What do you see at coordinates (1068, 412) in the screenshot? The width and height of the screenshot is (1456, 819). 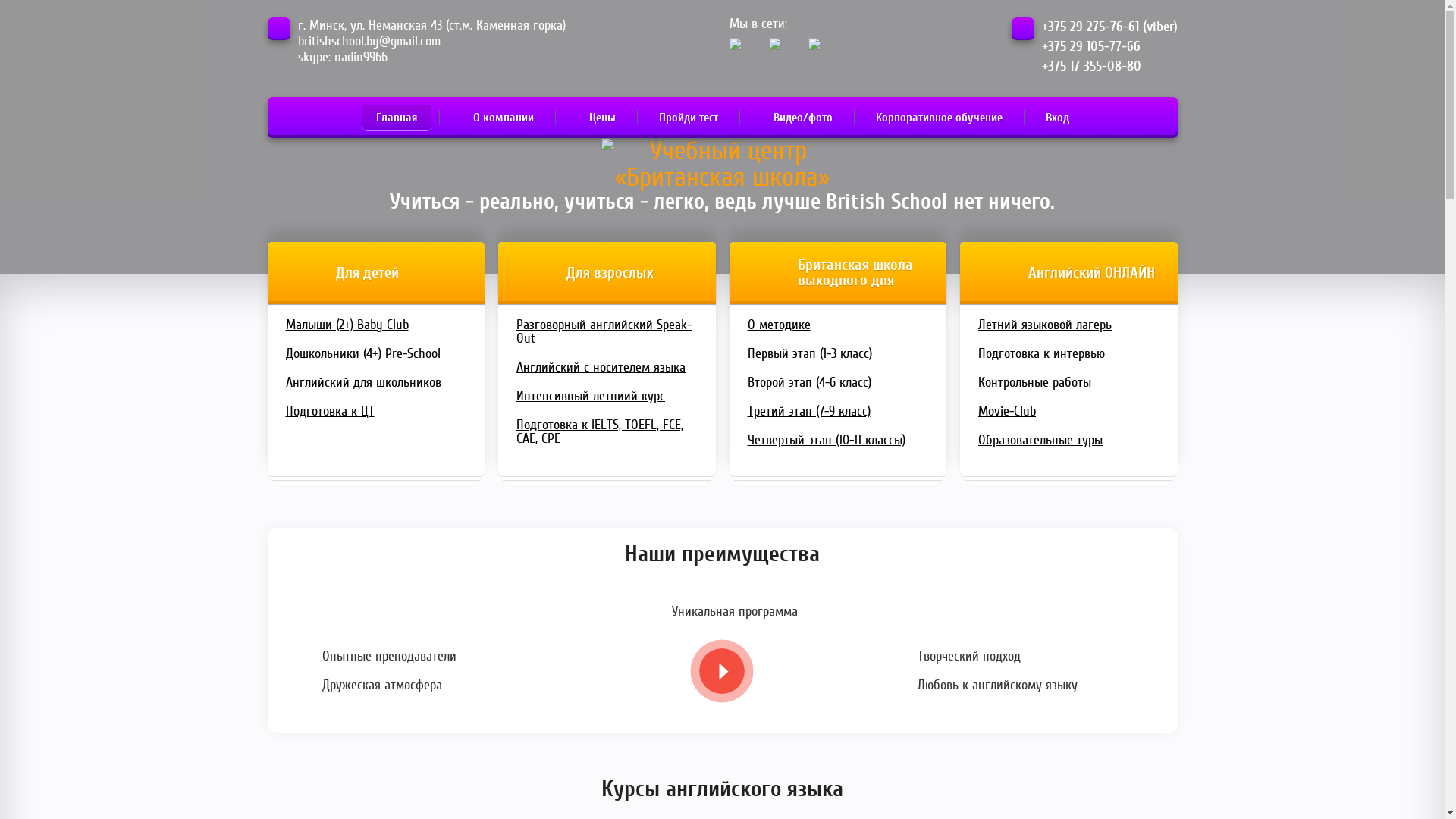 I see `'Movie-Club'` at bounding box center [1068, 412].